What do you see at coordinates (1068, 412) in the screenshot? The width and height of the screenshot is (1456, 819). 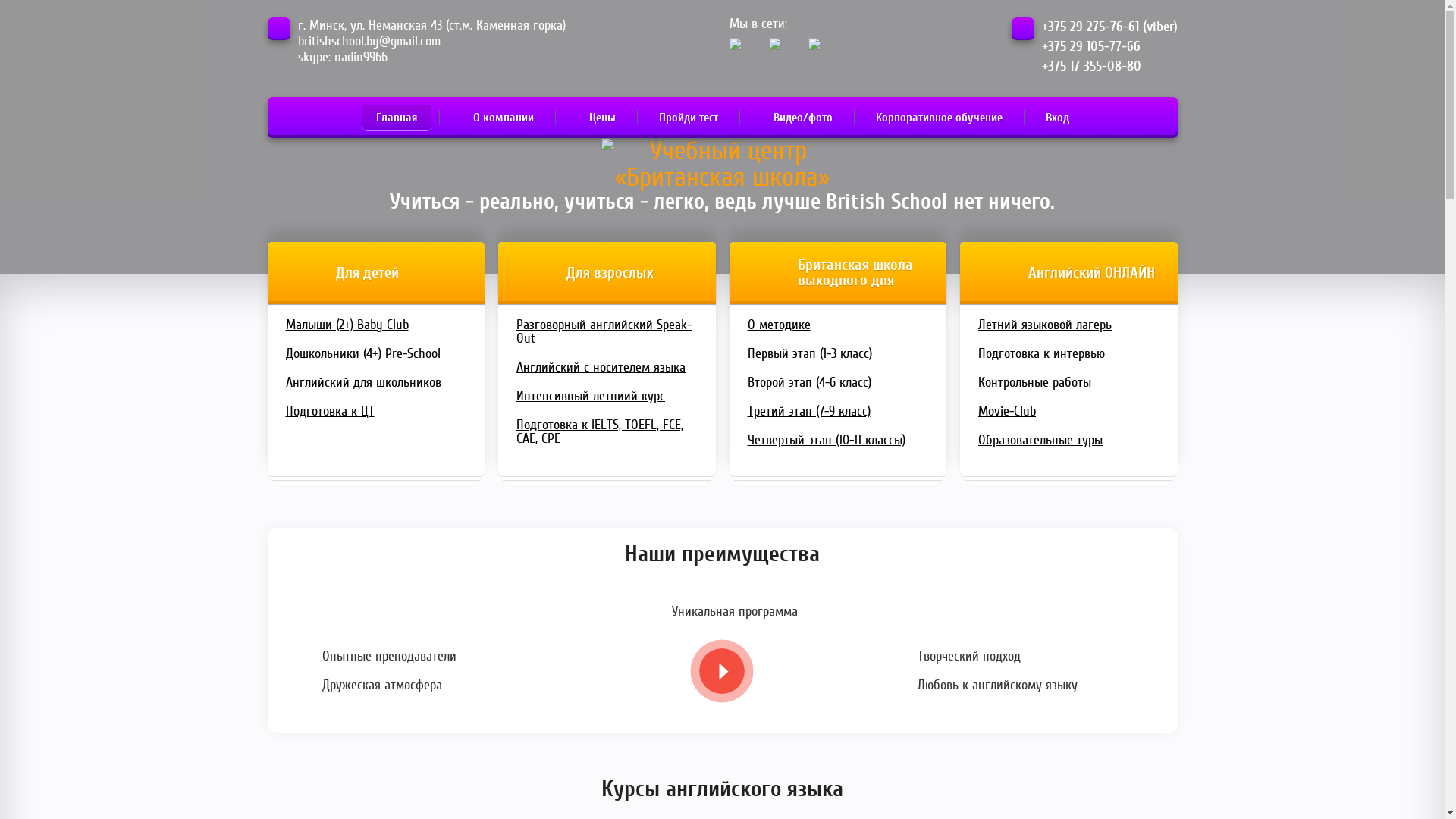 I see `'Movie-Club'` at bounding box center [1068, 412].